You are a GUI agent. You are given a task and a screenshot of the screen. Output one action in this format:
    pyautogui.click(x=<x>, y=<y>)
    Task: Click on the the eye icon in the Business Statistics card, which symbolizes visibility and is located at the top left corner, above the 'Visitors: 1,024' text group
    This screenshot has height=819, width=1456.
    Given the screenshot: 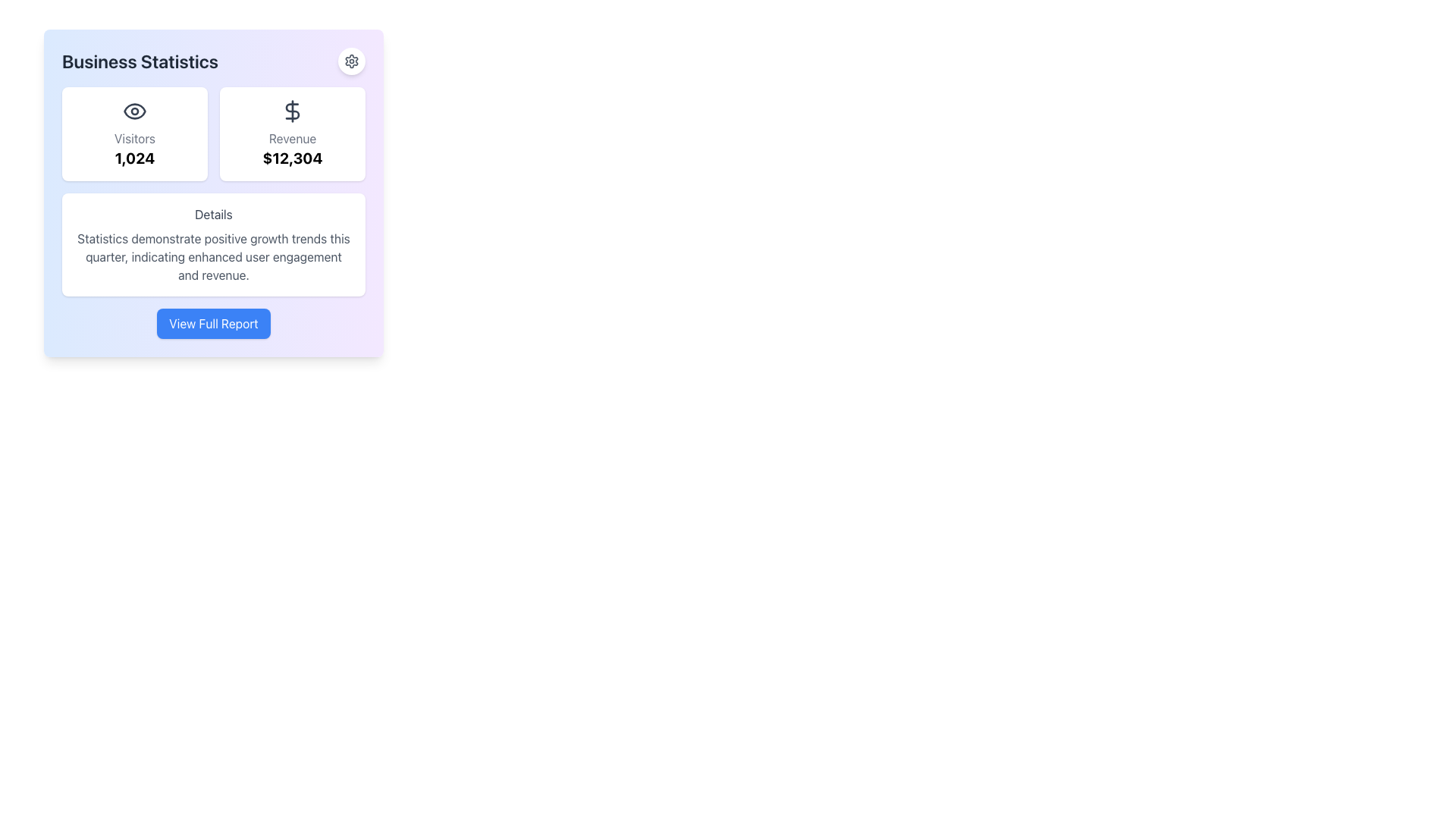 What is the action you would take?
    pyautogui.click(x=134, y=110)
    